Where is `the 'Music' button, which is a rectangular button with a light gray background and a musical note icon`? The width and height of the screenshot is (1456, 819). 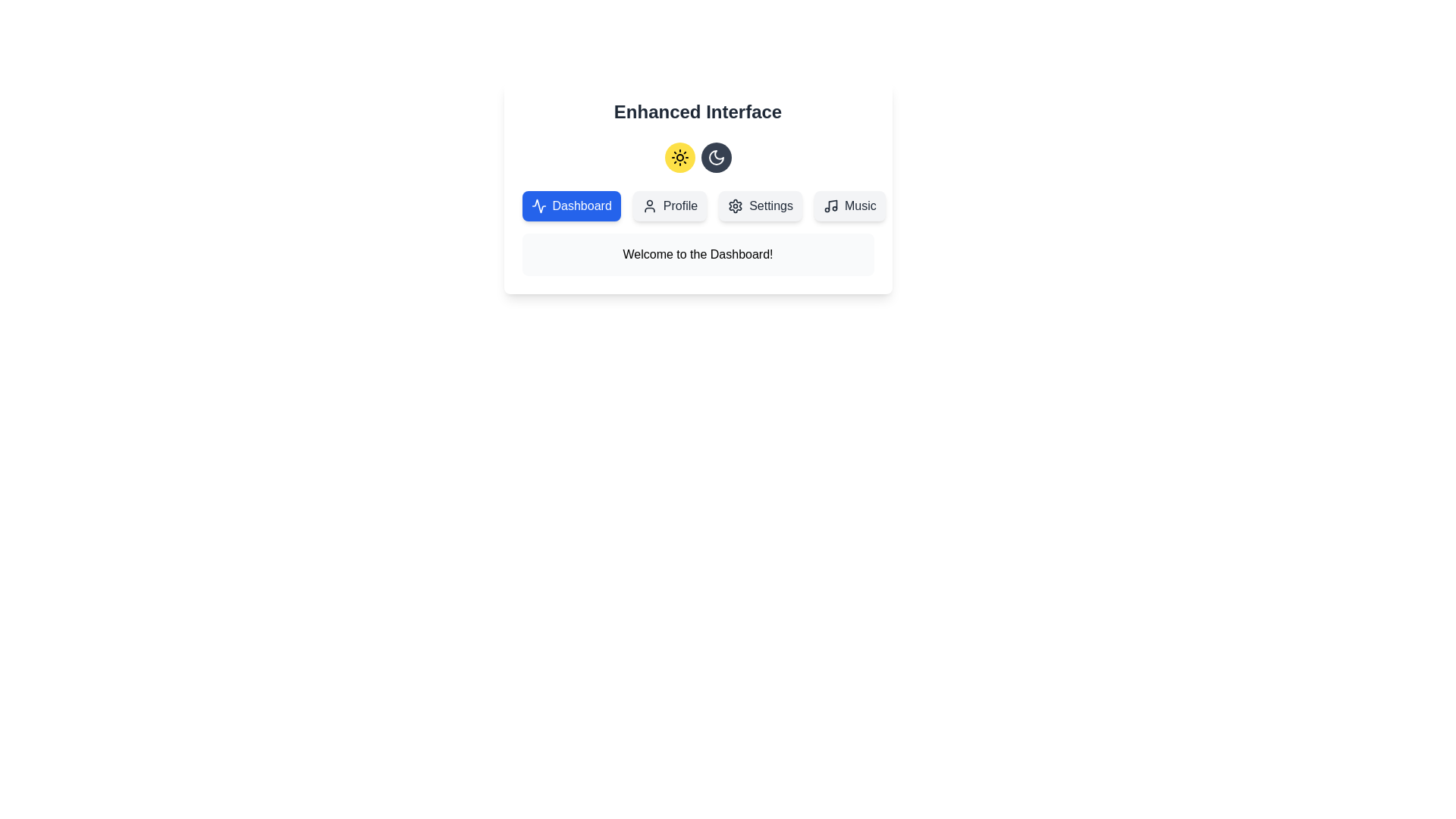
the 'Music' button, which is a rectangular button with a light gray background and a musical note icon is located at coordinates (849, 206).